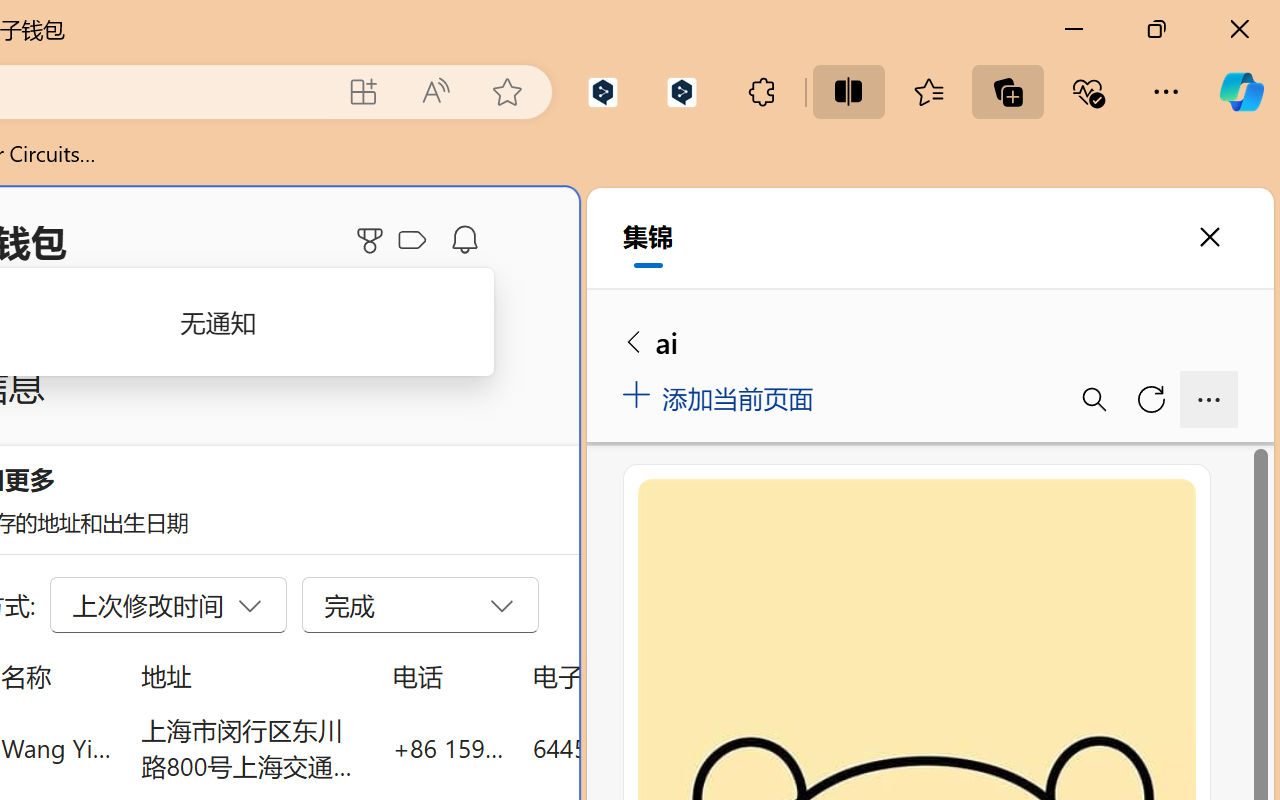  What do you see at coordinates (644, 747) in the screenshot?
I see `'644553698@qq.com'` at bounding box center [644, 747].